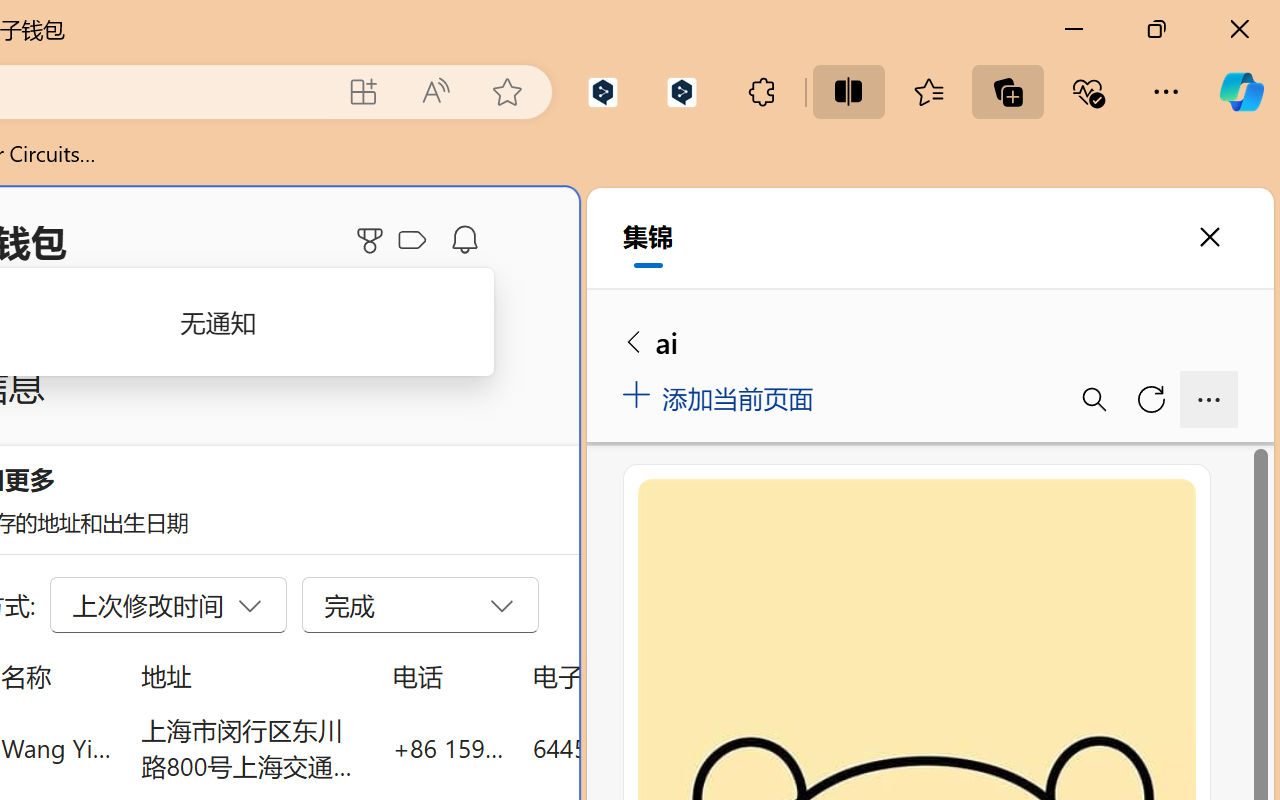  What do you see at coordinates (644, 747) in the screenshot?
I see `'644553698@qq.com'` at bounding box center [644, 747].